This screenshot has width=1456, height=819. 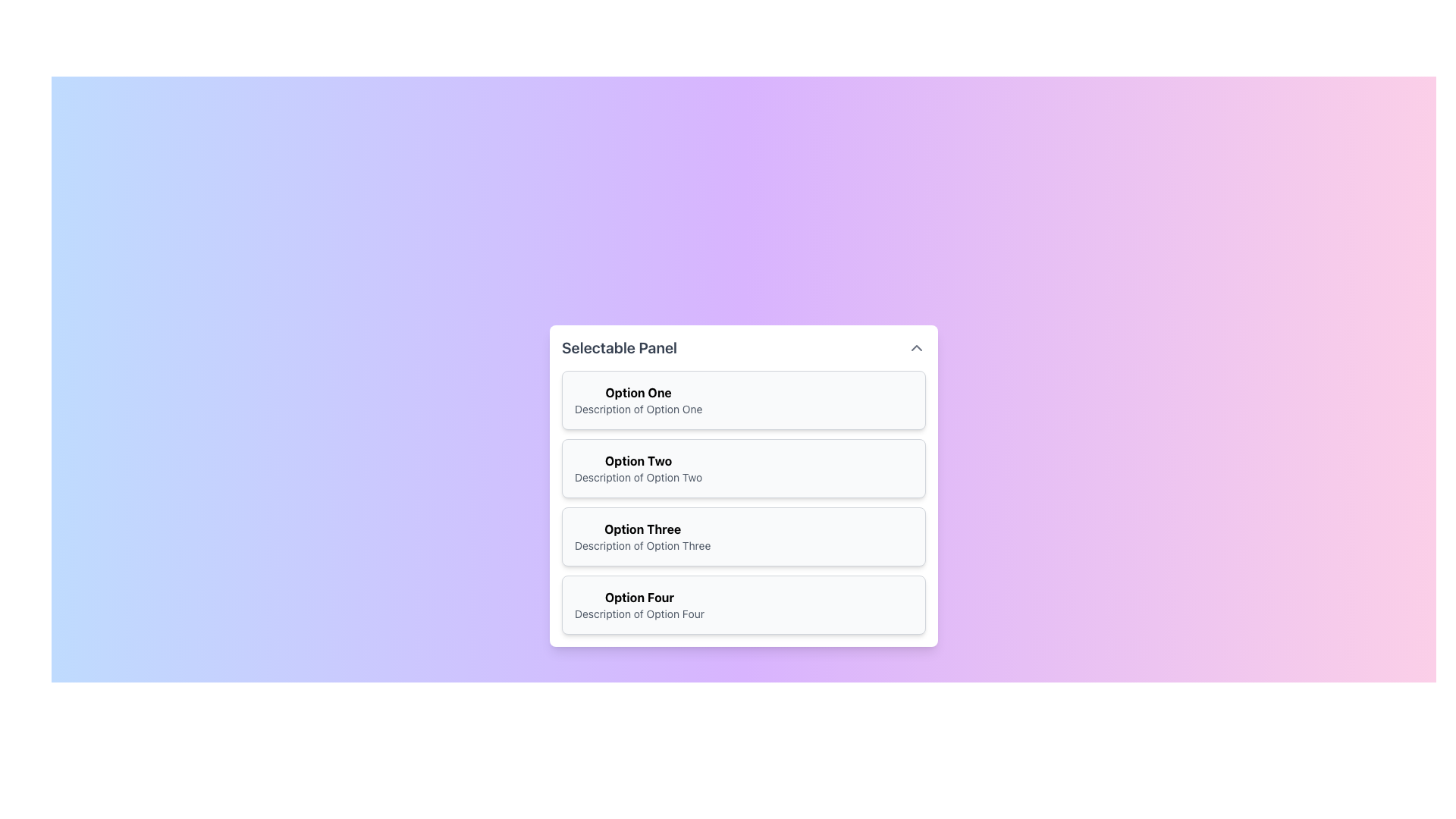 What do you see at coordinates (639, 467) in the screenshot?
I see `the text block titled 'Option Two' which contains the description 'Description of Option Two', positioned under 'Option One' and above 'Option Three'` at bounding box center [639, 467].